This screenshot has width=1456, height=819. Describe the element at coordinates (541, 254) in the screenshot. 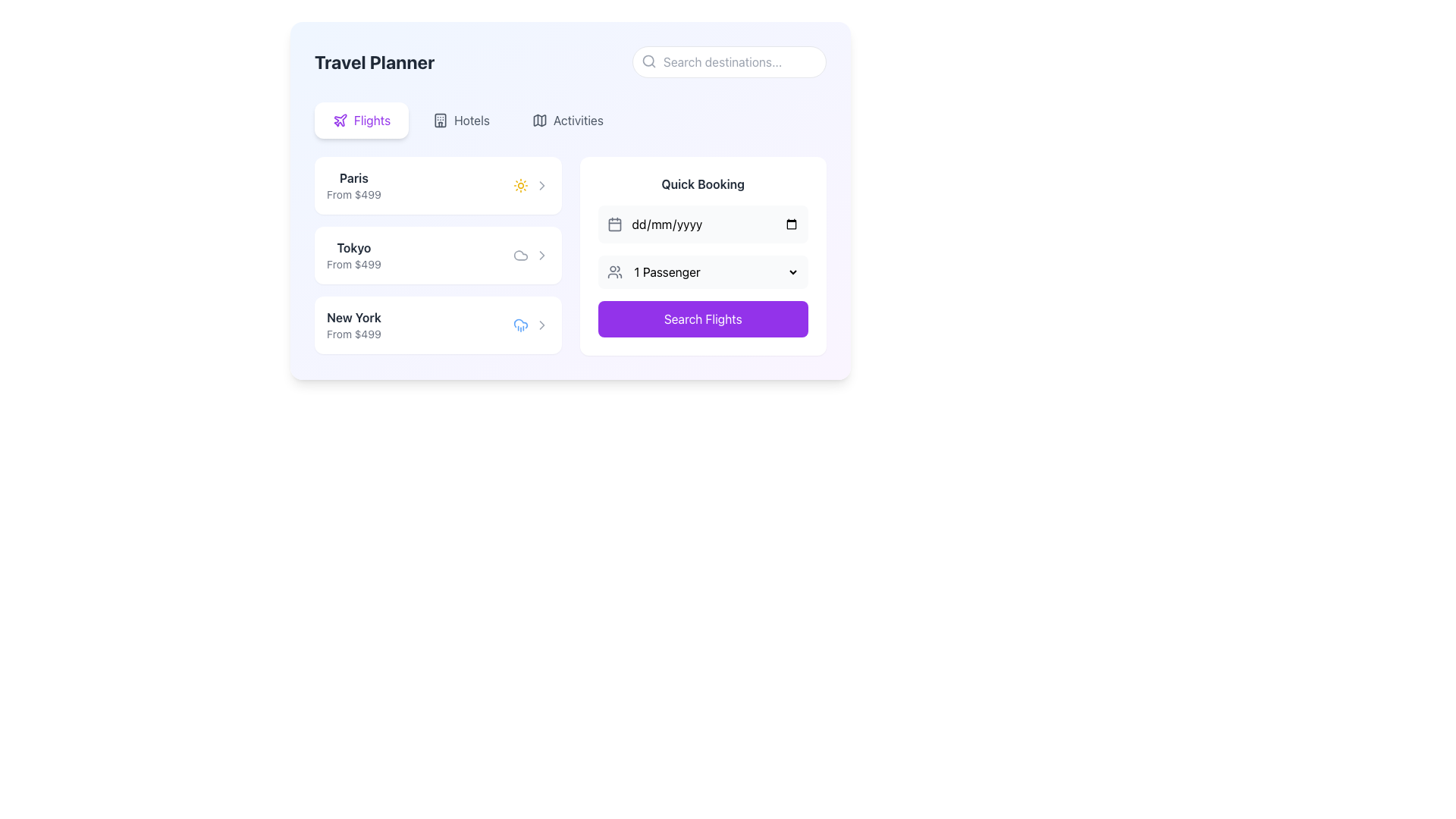

I see `the right-pointing arrow icon within the destination list` at that location.